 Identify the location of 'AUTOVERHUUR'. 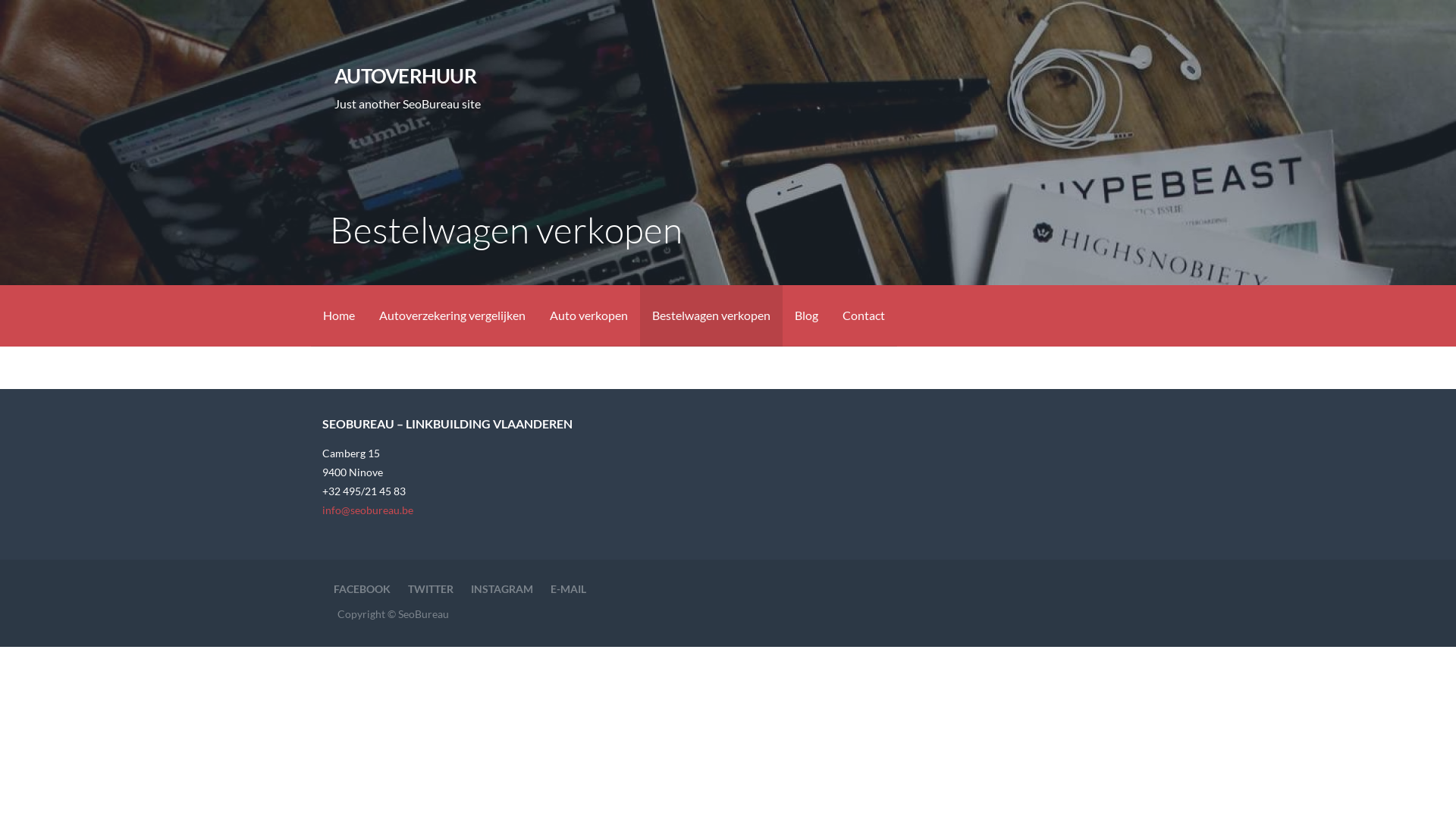
(334, 76).